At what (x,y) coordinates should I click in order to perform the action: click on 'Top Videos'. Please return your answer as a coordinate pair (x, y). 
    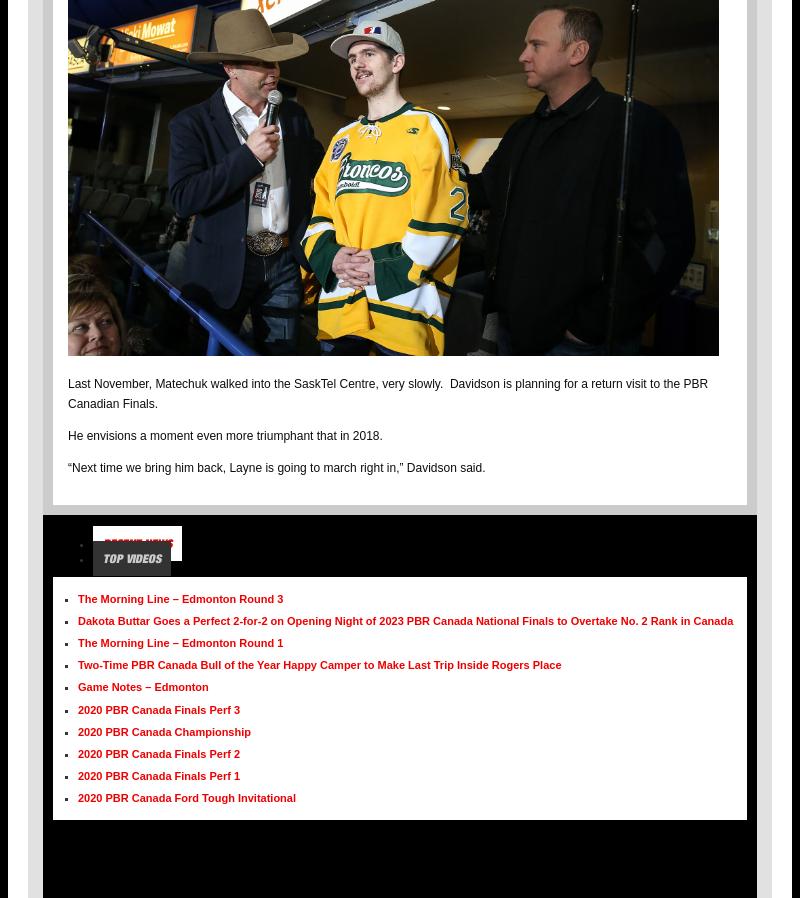
    Looking at the image, I should click on (131, 556).